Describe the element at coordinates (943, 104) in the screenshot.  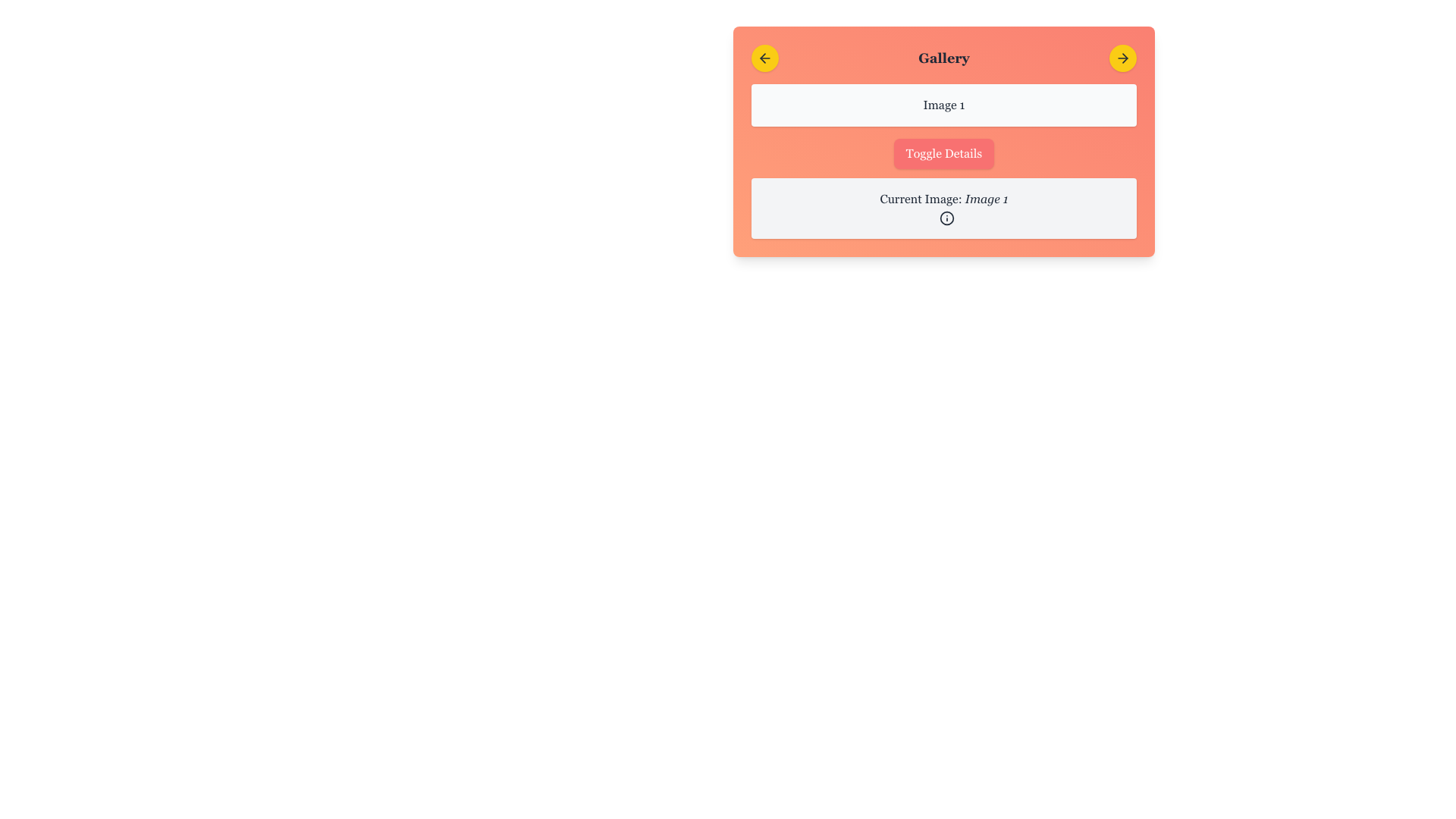
I see `the label displaying 'Image 1', which is located in the upper-middle part of the 'Gallery' box, positioned above the 'Toggle Details' button` at that location.